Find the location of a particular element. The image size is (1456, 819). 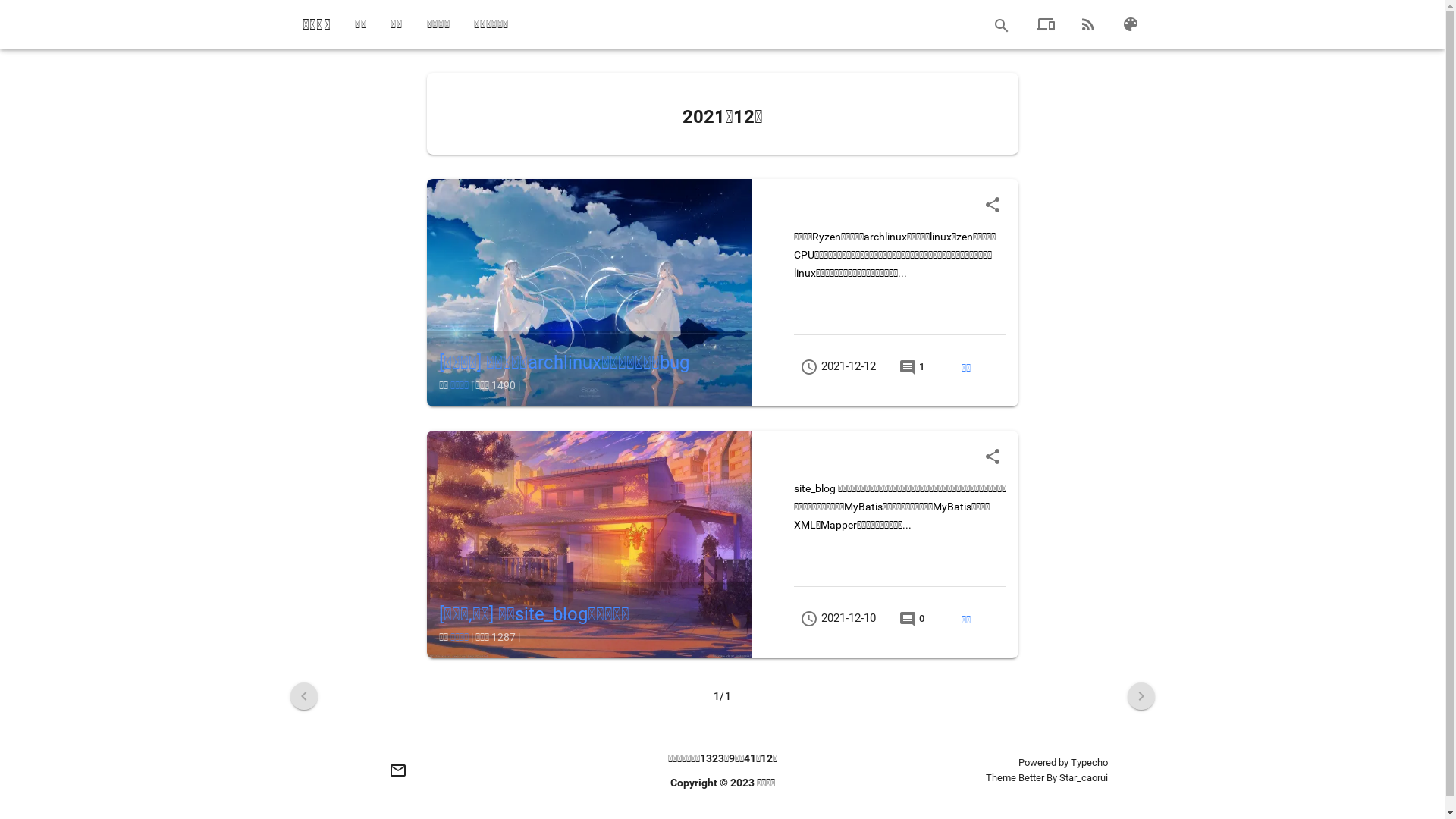

'comment 0' is located at coordinates (910, 619).